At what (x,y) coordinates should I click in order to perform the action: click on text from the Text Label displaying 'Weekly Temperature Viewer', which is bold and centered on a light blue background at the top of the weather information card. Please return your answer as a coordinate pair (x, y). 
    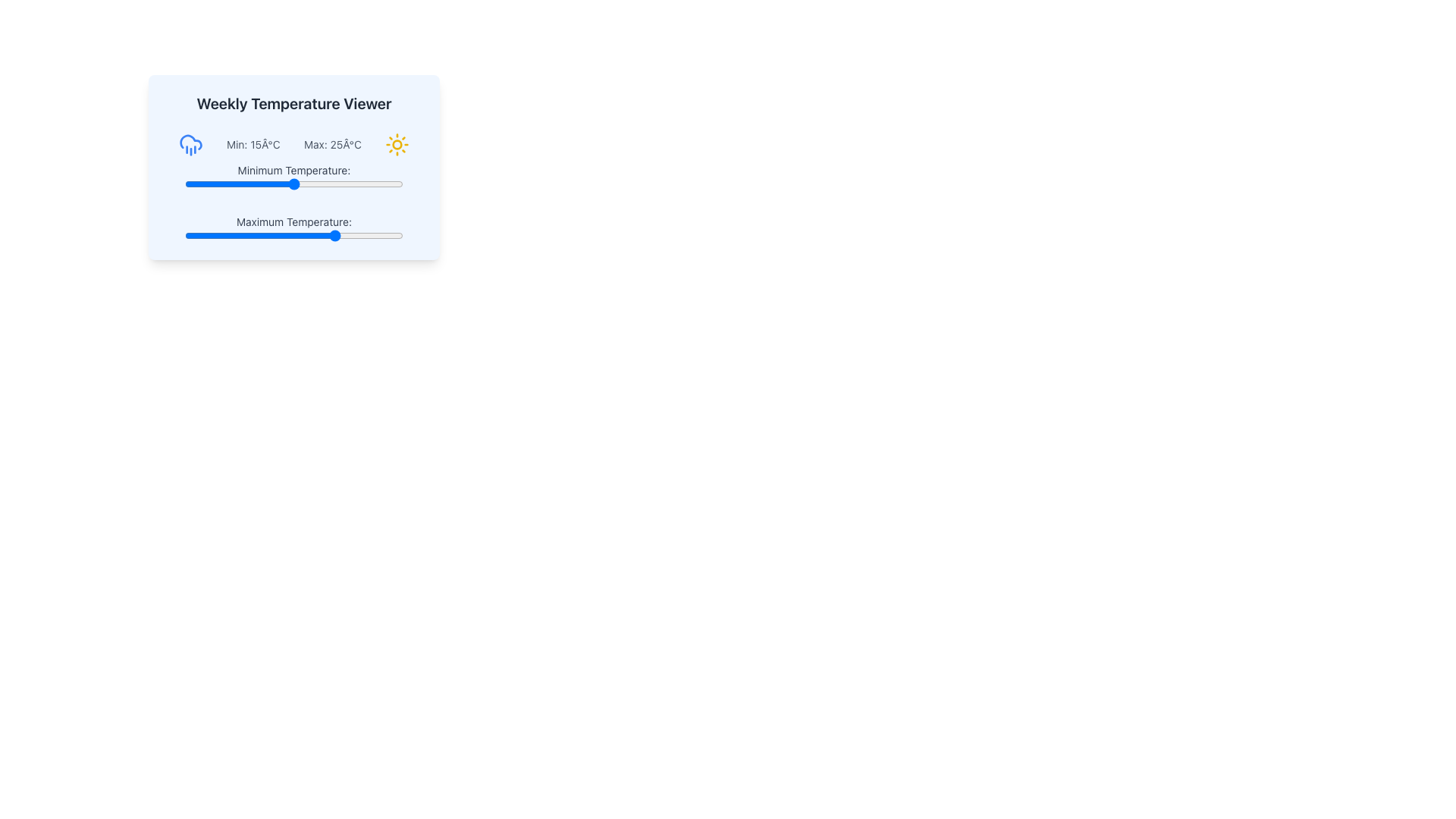
    Looking at the image, I should click on (294, 103).